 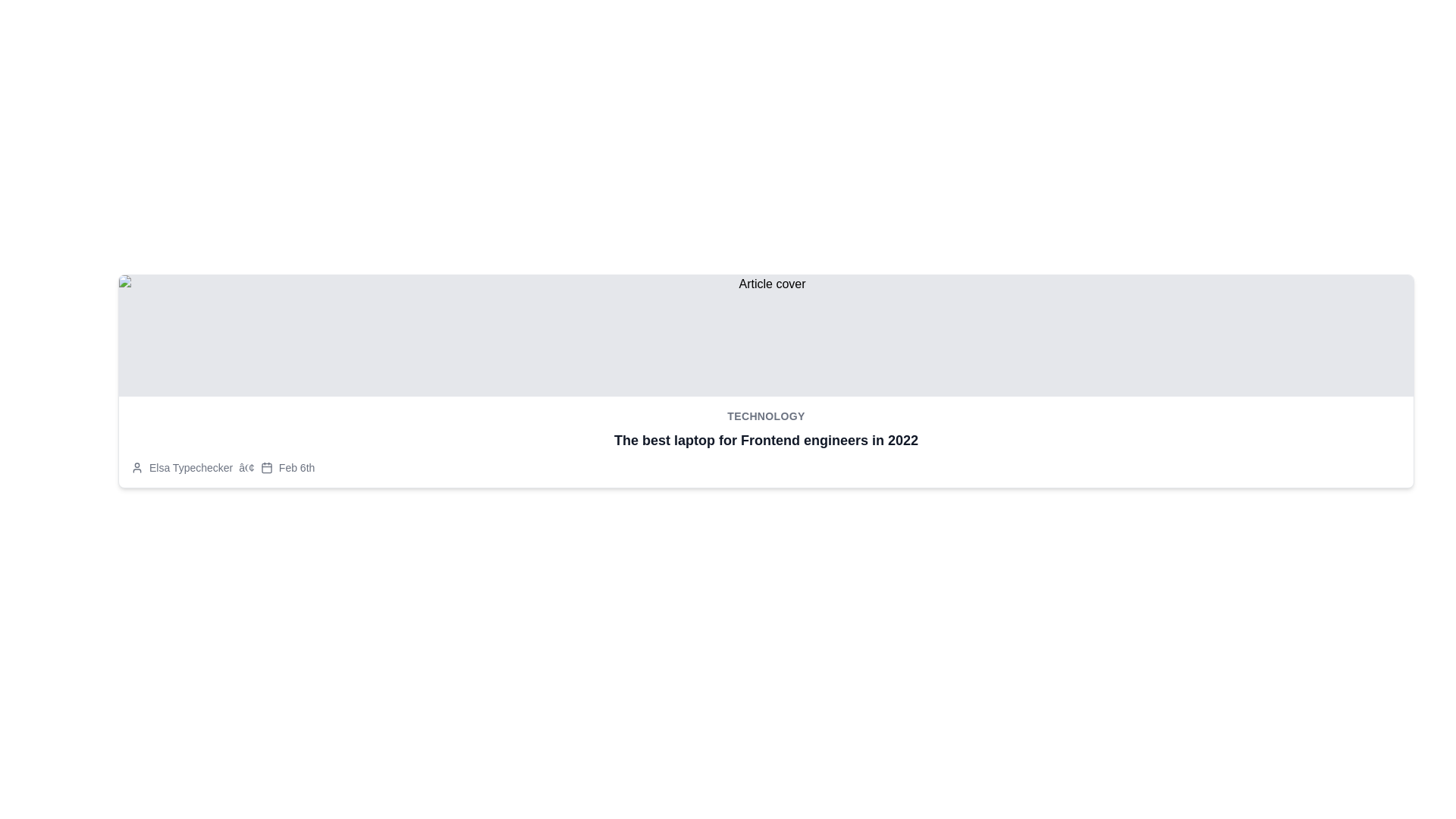 What do you see at coordinates (246, 467) in the screenshot?
I see `the Typography symbol or text-based separator located between 'Elsa Typechecker' and the icon next to 'Feb 6th'` at bounding box center [246, 467].